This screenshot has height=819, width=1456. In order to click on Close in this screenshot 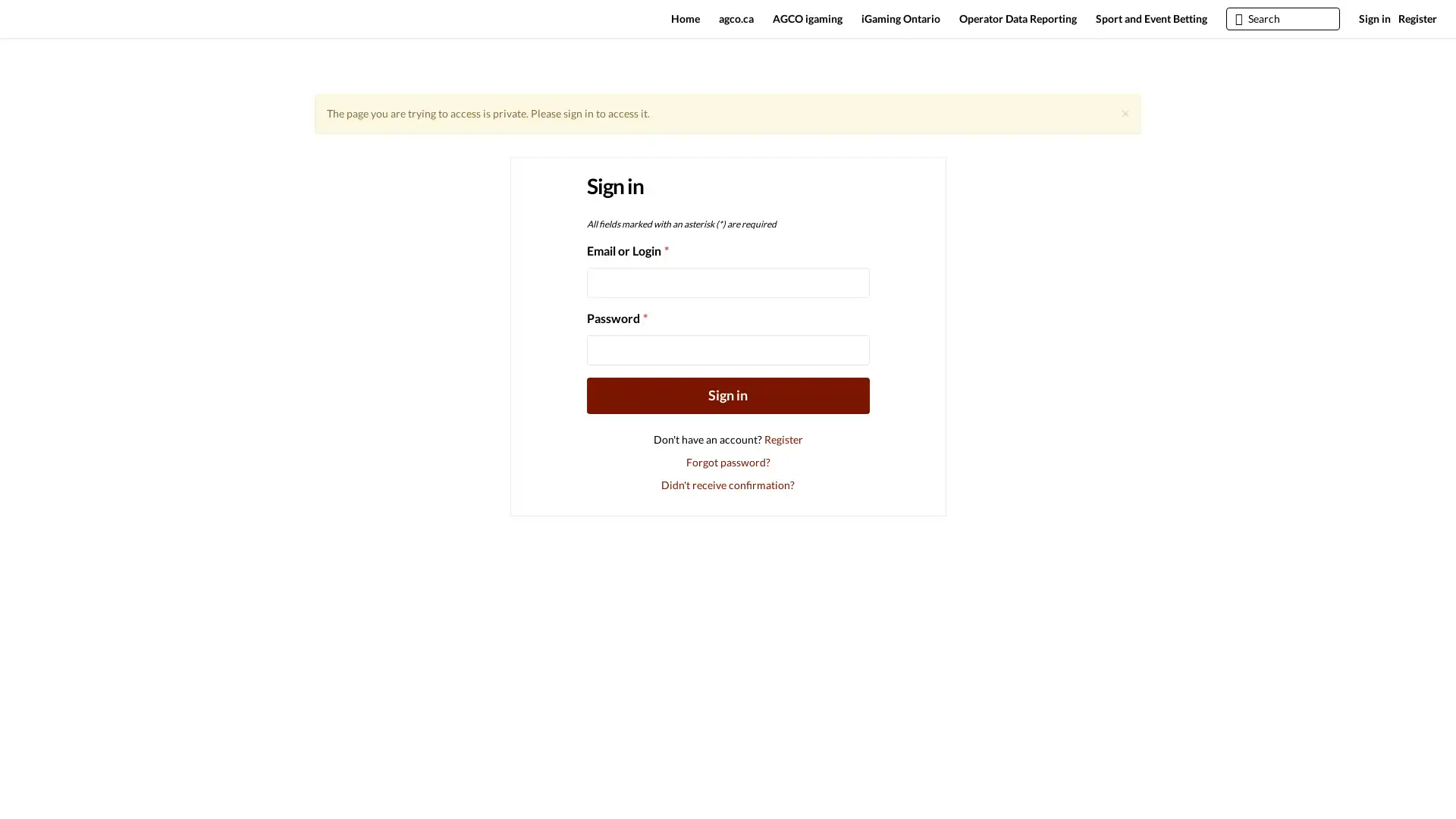, I will do `click(1125, 119)`.